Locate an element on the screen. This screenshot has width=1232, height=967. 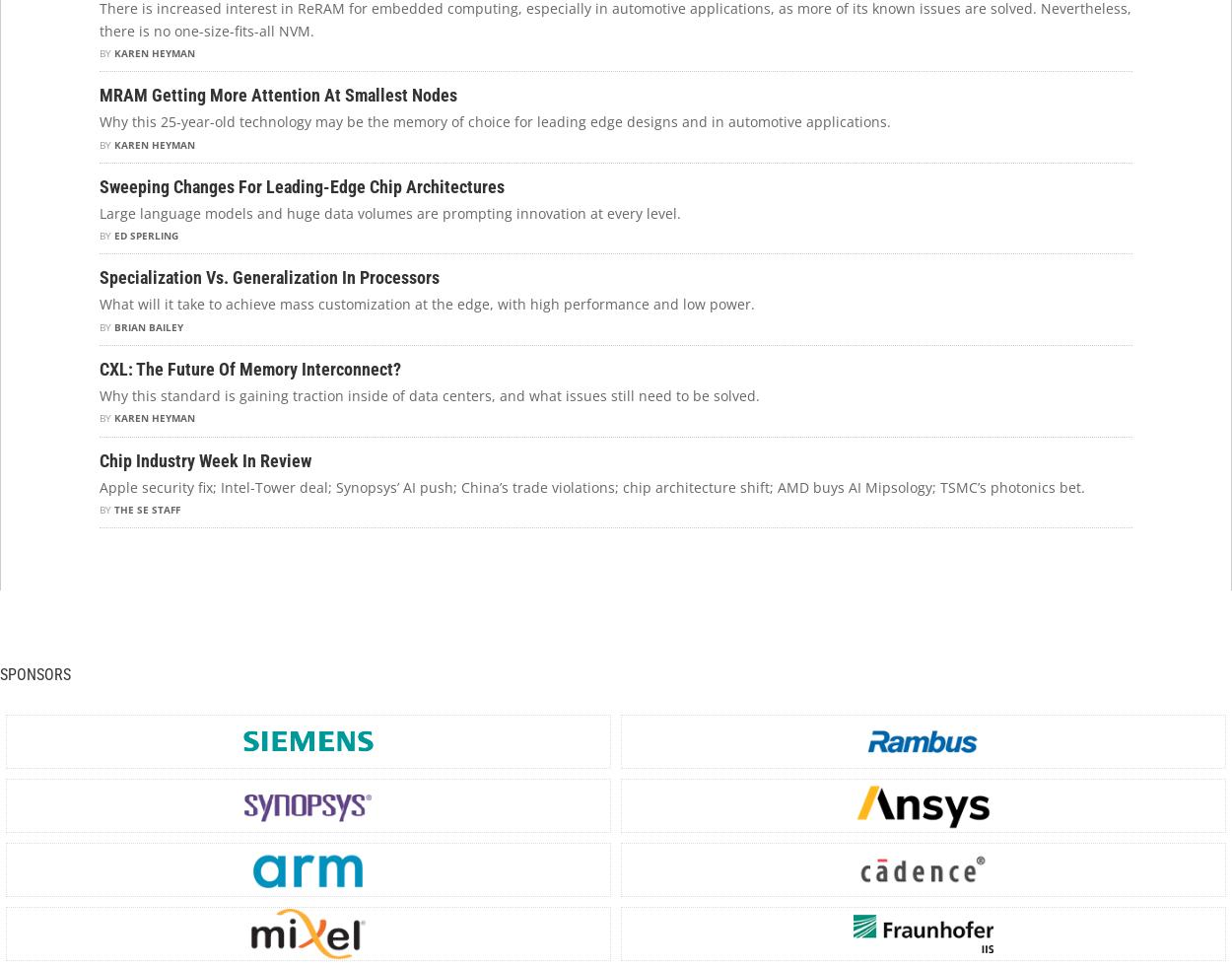
'Ed Sperling' is located at coordinates (146, 234).